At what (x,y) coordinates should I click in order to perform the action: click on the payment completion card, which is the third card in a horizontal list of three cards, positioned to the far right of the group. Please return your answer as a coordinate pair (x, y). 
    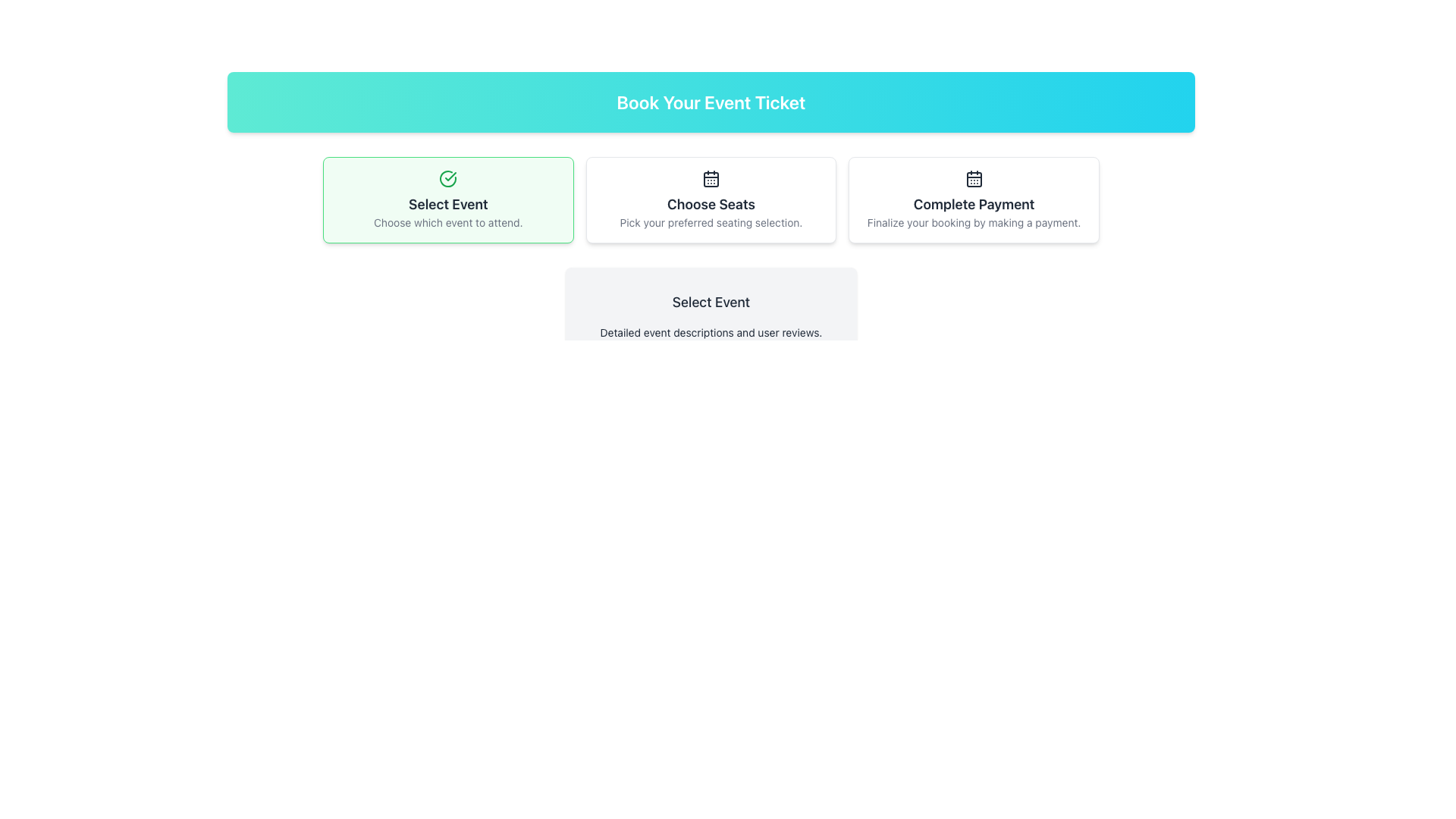
    Looking at the image, I should click on (973, 199).